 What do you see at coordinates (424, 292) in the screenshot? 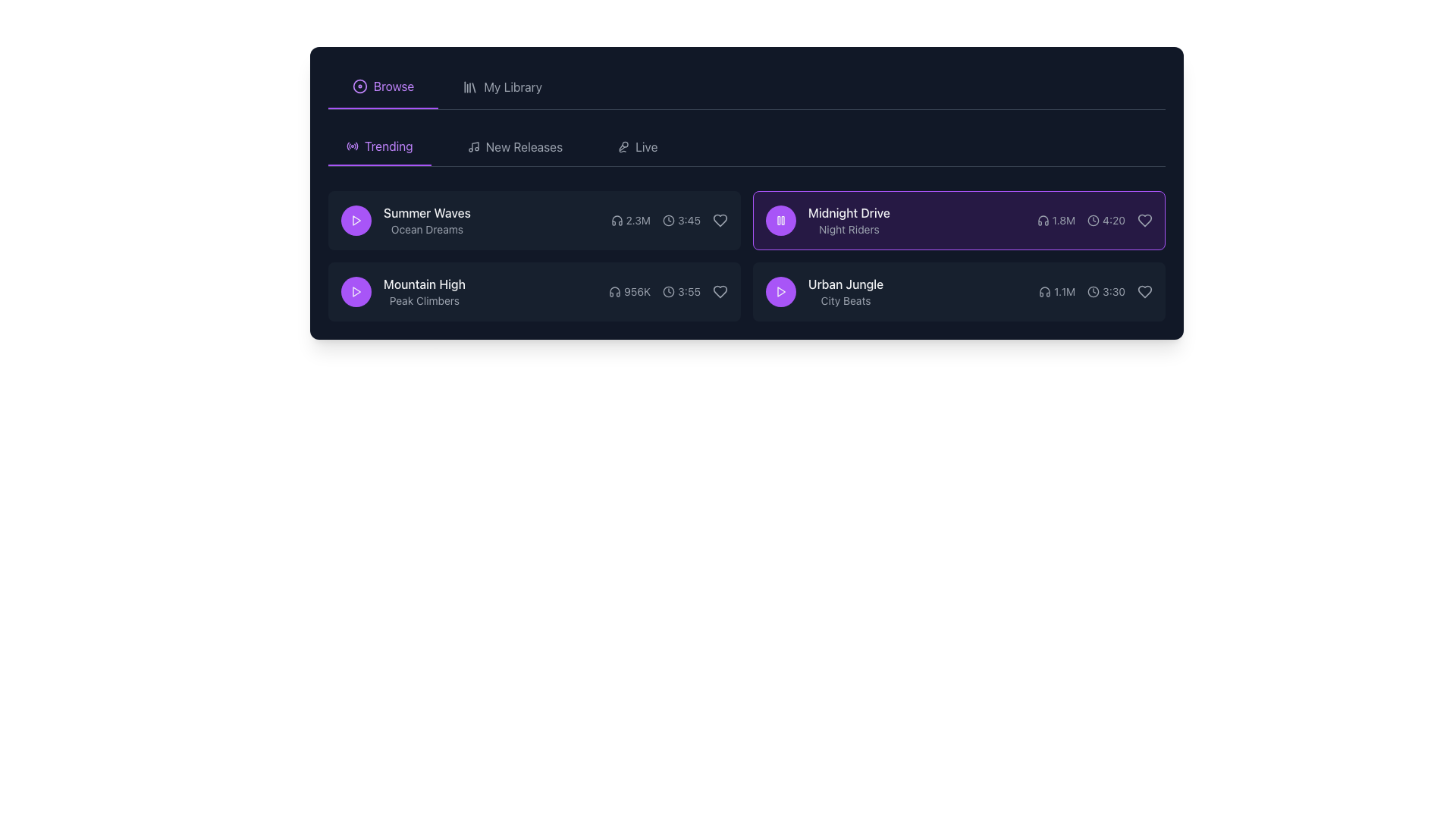
I see `text content of the Text label displaying 'Mountain High' in bold and 'Peak Climbers' below it` at bounding box center [424, 292].